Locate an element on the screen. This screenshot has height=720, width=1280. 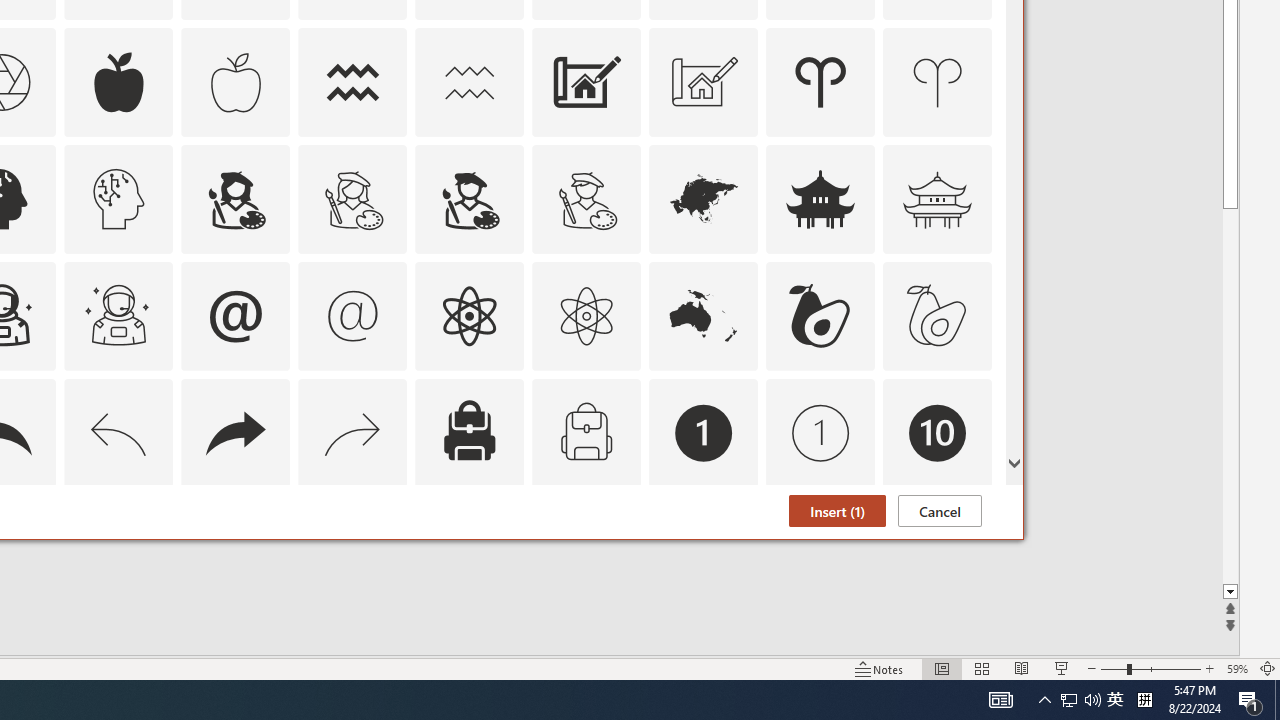
'AutomationID: Icons_Atom' is located at coordinates (468, 315).